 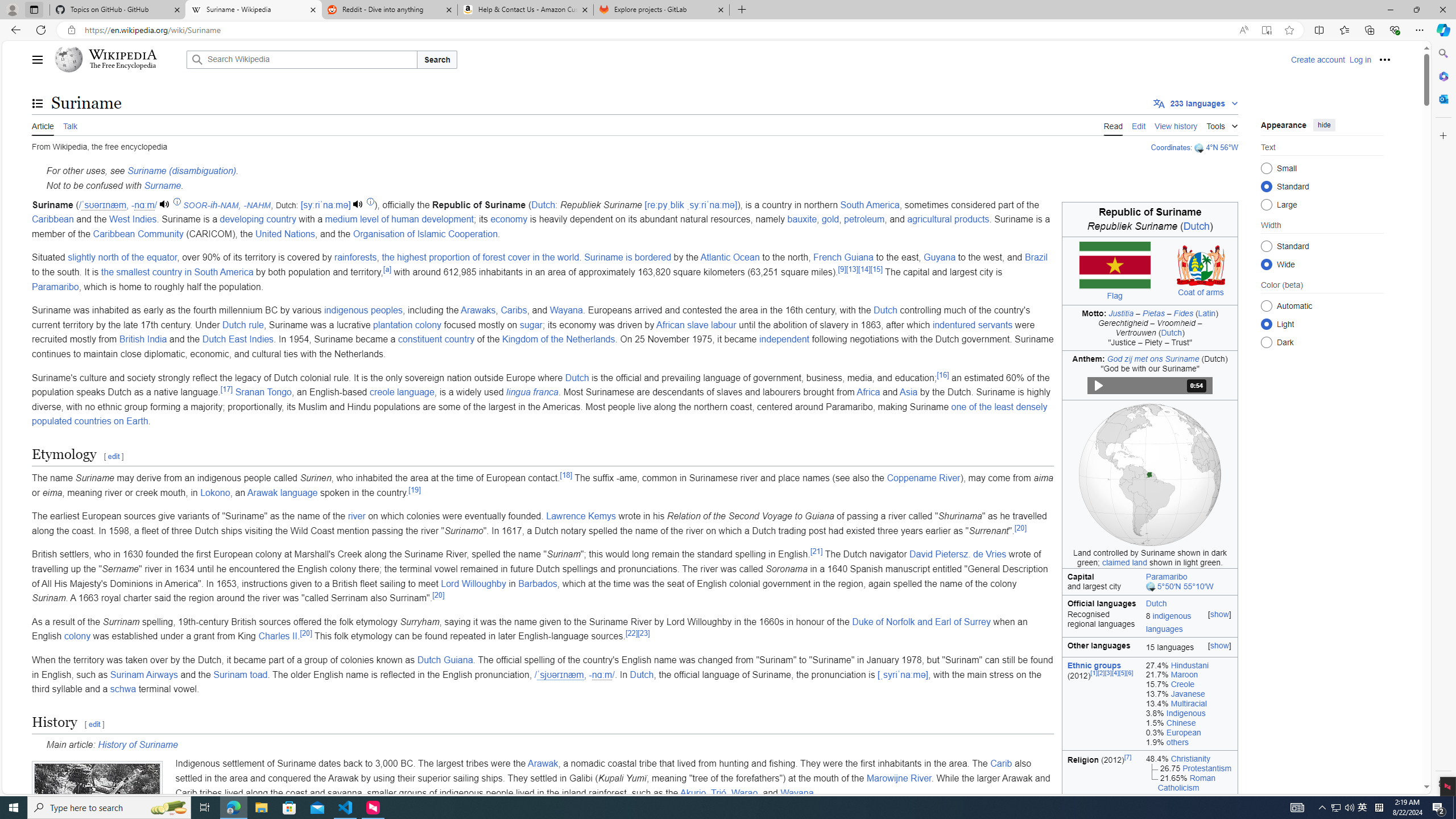 What do you see at coordinates (1124, 562) in the screenshot?
I see `'claimed land'` at bounding box center [1124, 562].